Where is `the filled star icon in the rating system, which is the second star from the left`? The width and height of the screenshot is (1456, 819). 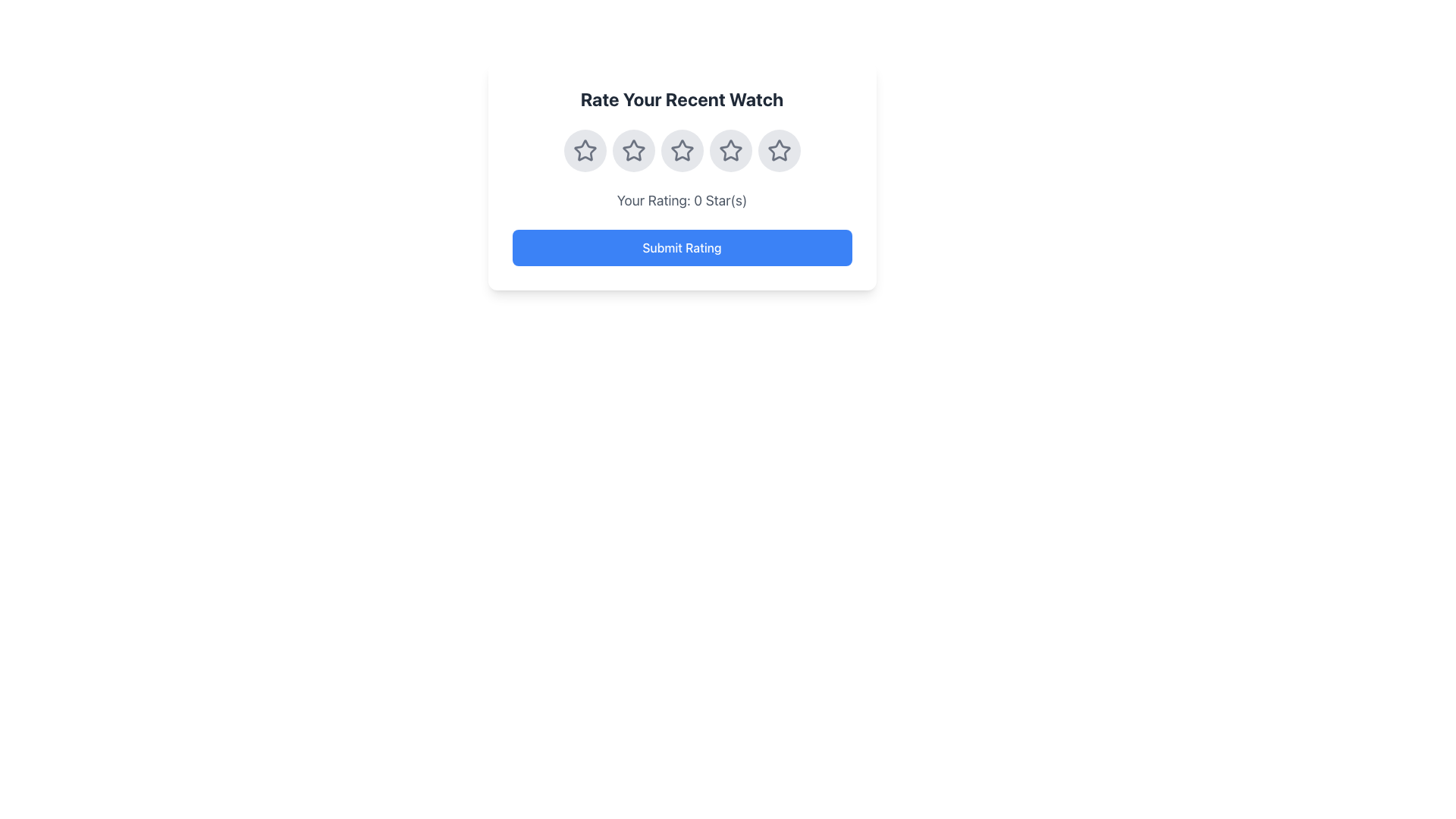
the filled star icon in the rating system, which is the second star from the left is located at coordinates (633, 150).